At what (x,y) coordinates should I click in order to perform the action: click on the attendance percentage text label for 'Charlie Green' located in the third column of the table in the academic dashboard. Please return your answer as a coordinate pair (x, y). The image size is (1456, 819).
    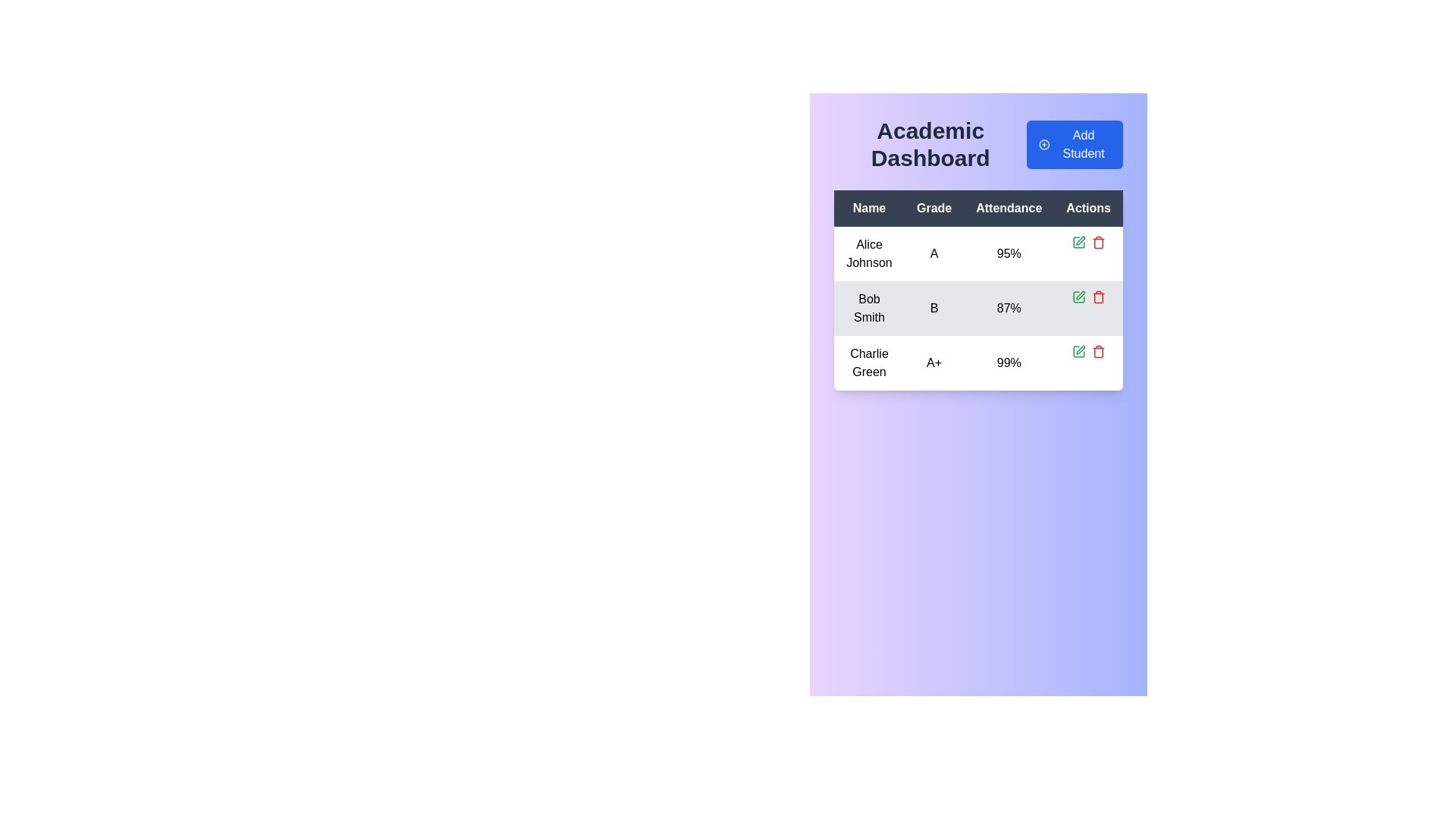
    Looking at the image, I should click on (1009, 362).